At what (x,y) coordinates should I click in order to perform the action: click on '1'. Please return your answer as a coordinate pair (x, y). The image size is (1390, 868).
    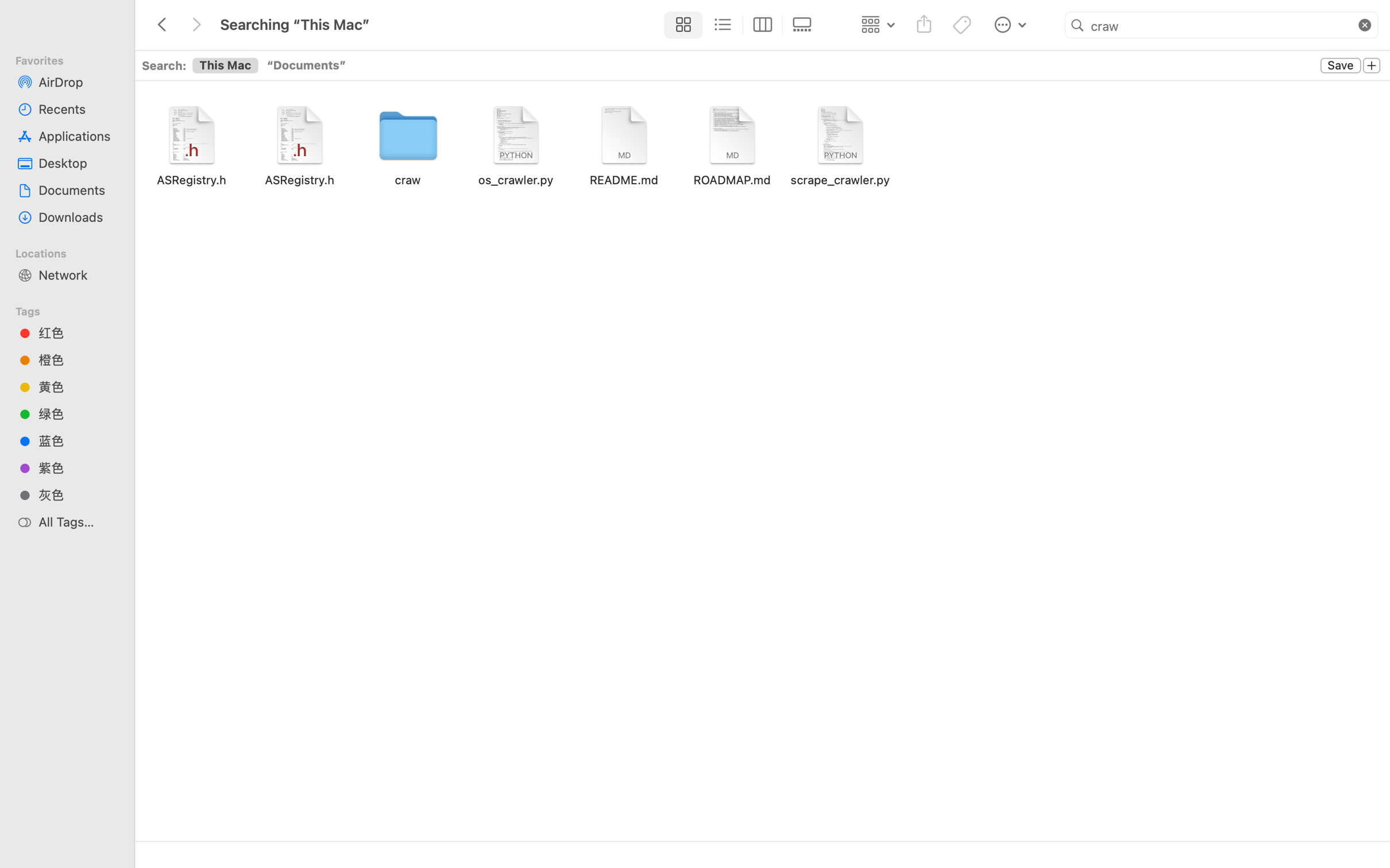
    Looking at the image, I should click on (681, 25).